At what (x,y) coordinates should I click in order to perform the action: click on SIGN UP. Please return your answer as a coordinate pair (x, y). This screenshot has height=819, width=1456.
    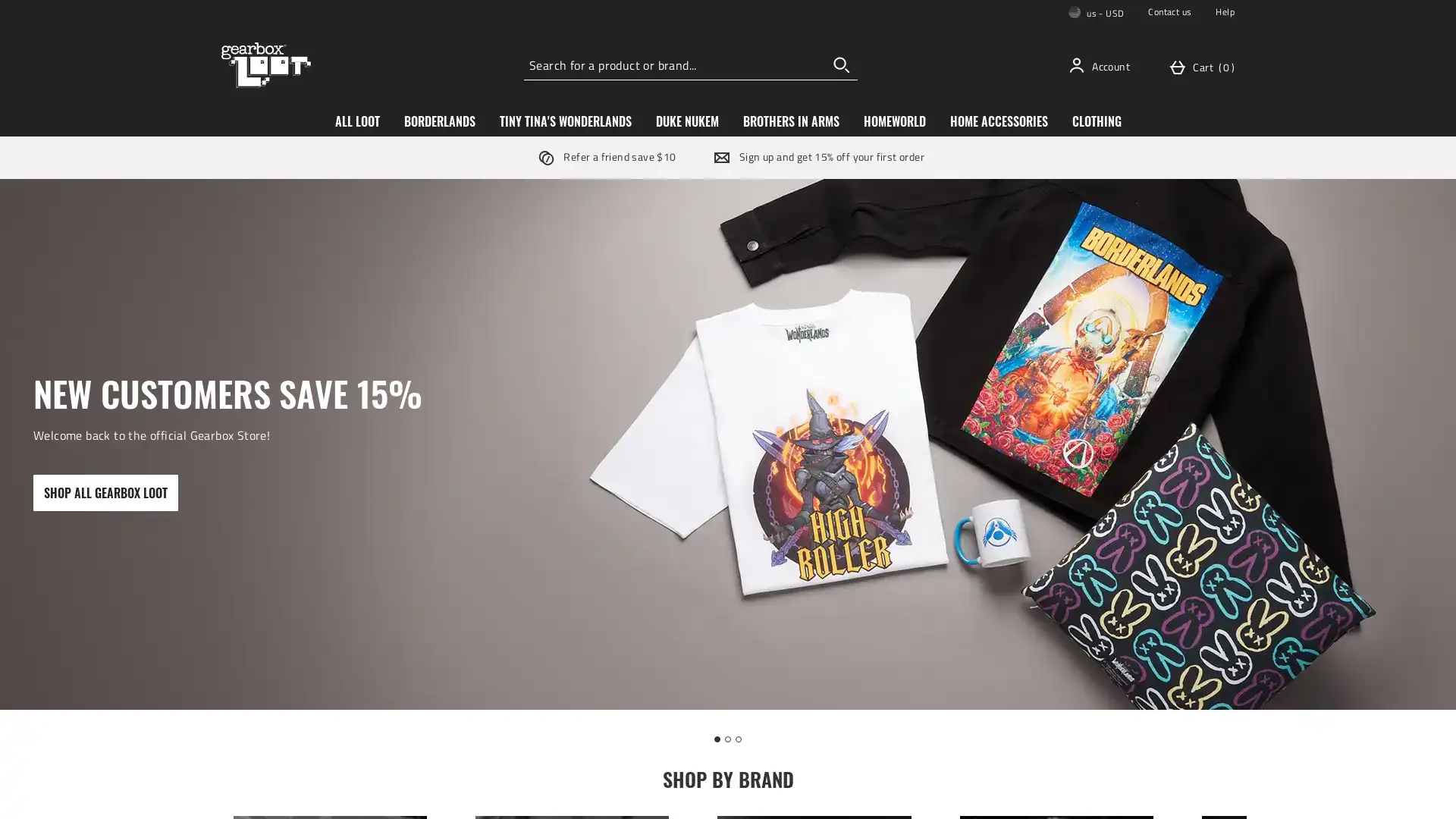
    Looking at the image, I should click on (840, 472).